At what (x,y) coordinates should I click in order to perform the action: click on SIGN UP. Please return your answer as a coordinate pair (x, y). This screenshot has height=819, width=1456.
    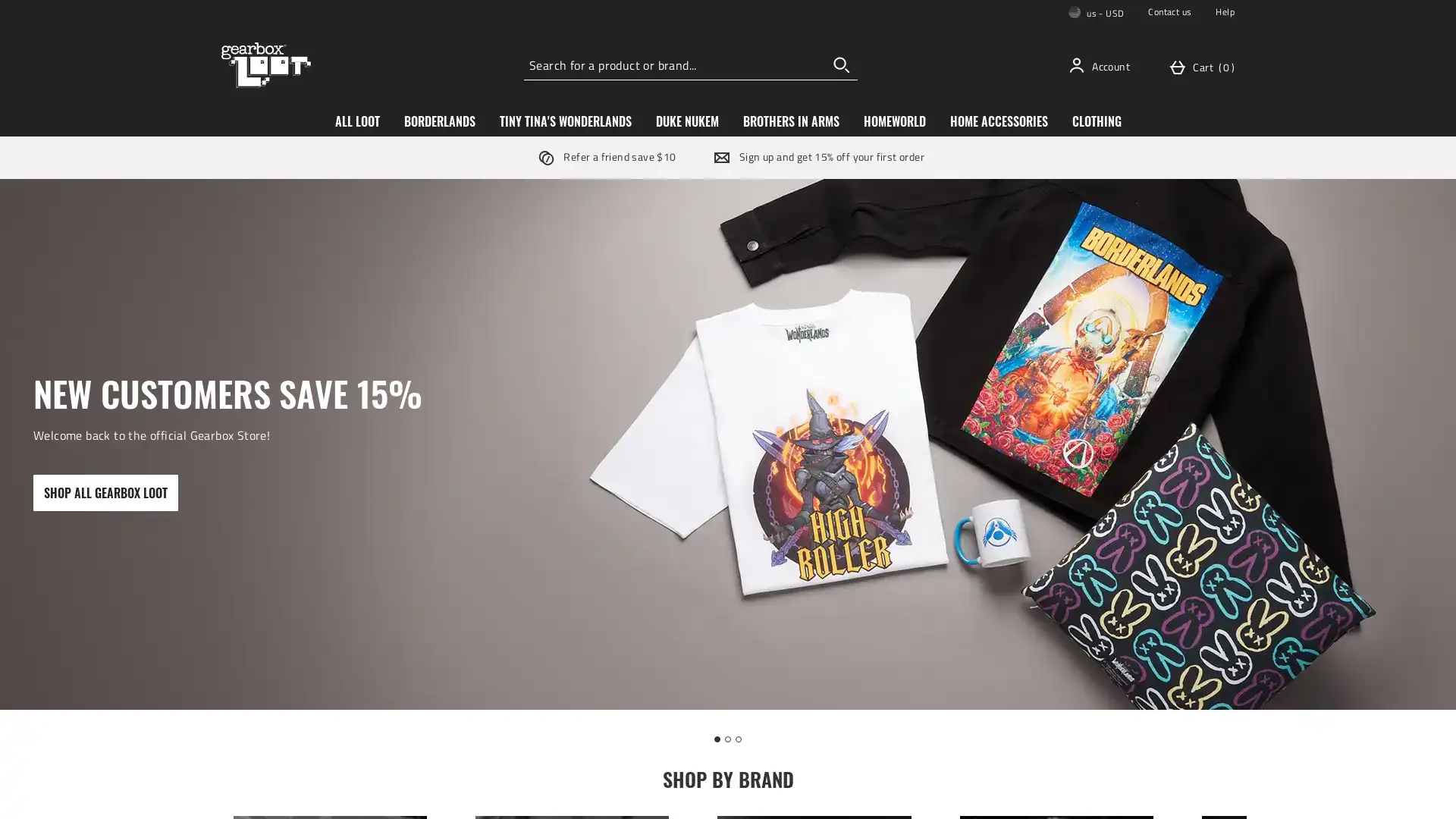
    Looking at the image, I should click on (840, 472).